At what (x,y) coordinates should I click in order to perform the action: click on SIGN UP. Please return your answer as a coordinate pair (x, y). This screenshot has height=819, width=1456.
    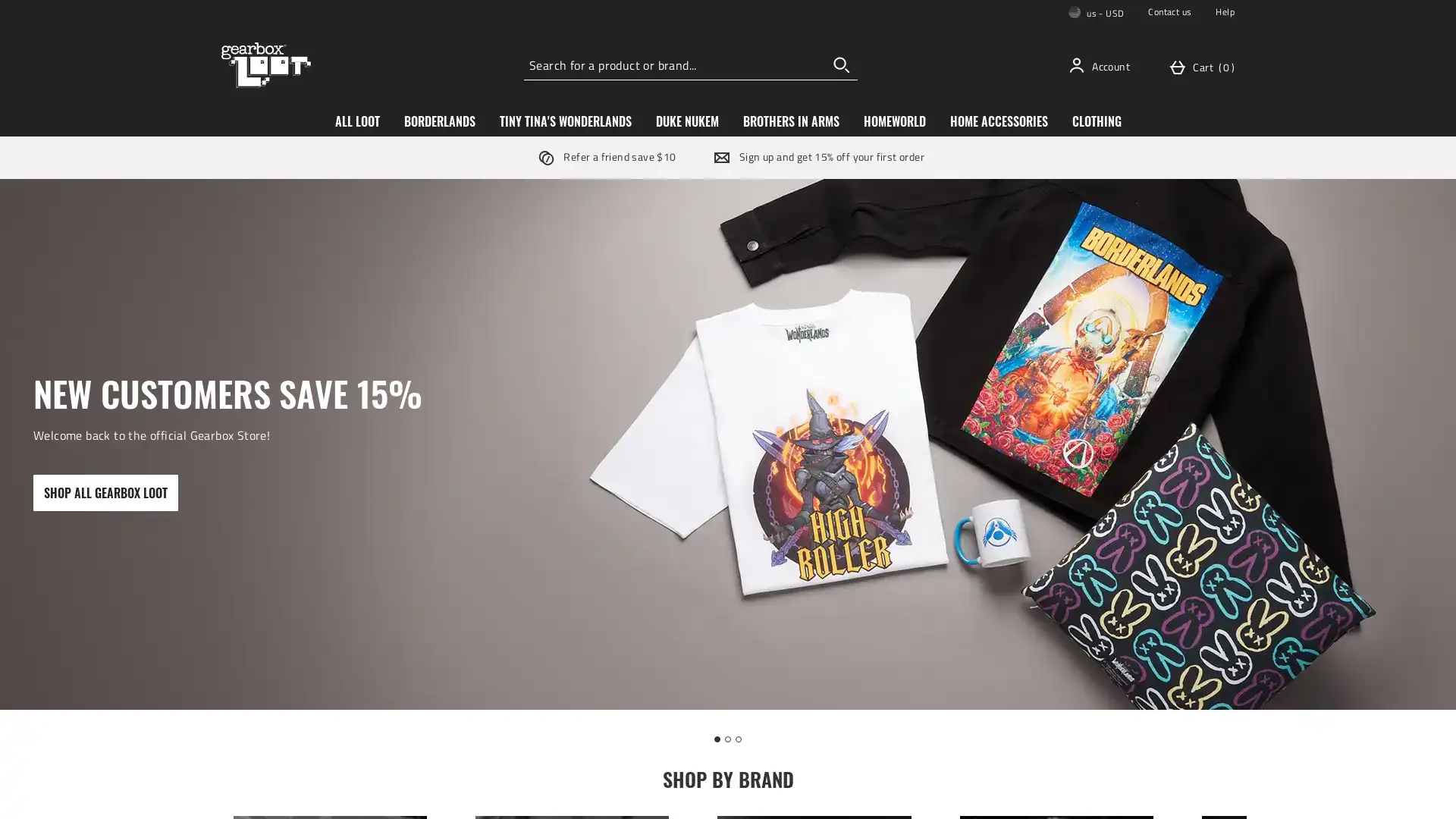
    Looking at the image, I should click on (840, 472).